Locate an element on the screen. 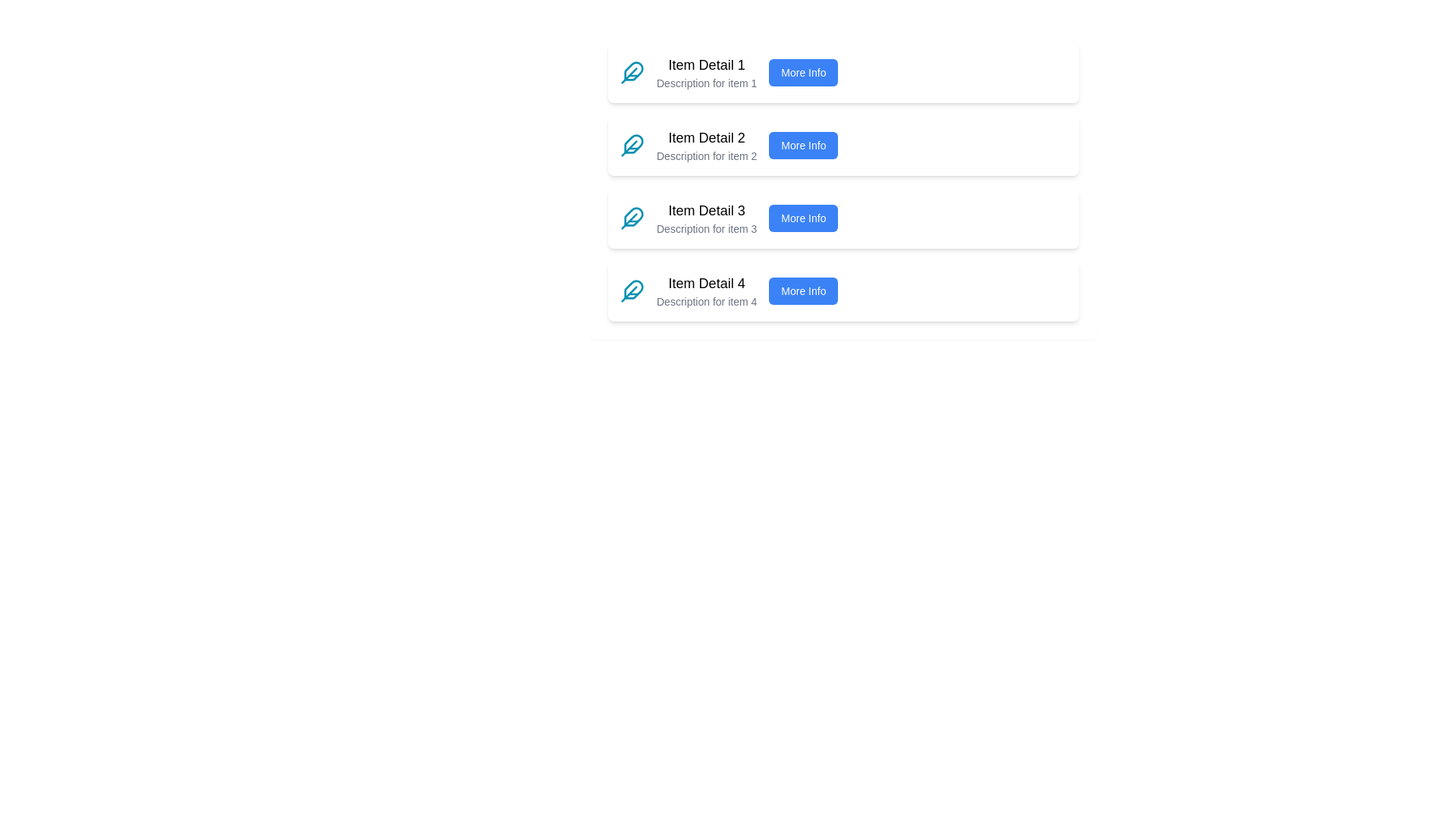 The width and height of the screenshot is (1456, 819). the 'More Info' button, which is styled with a blue background and white text, located at the far right of the fourth item's description is located at coordinates (802, 291).